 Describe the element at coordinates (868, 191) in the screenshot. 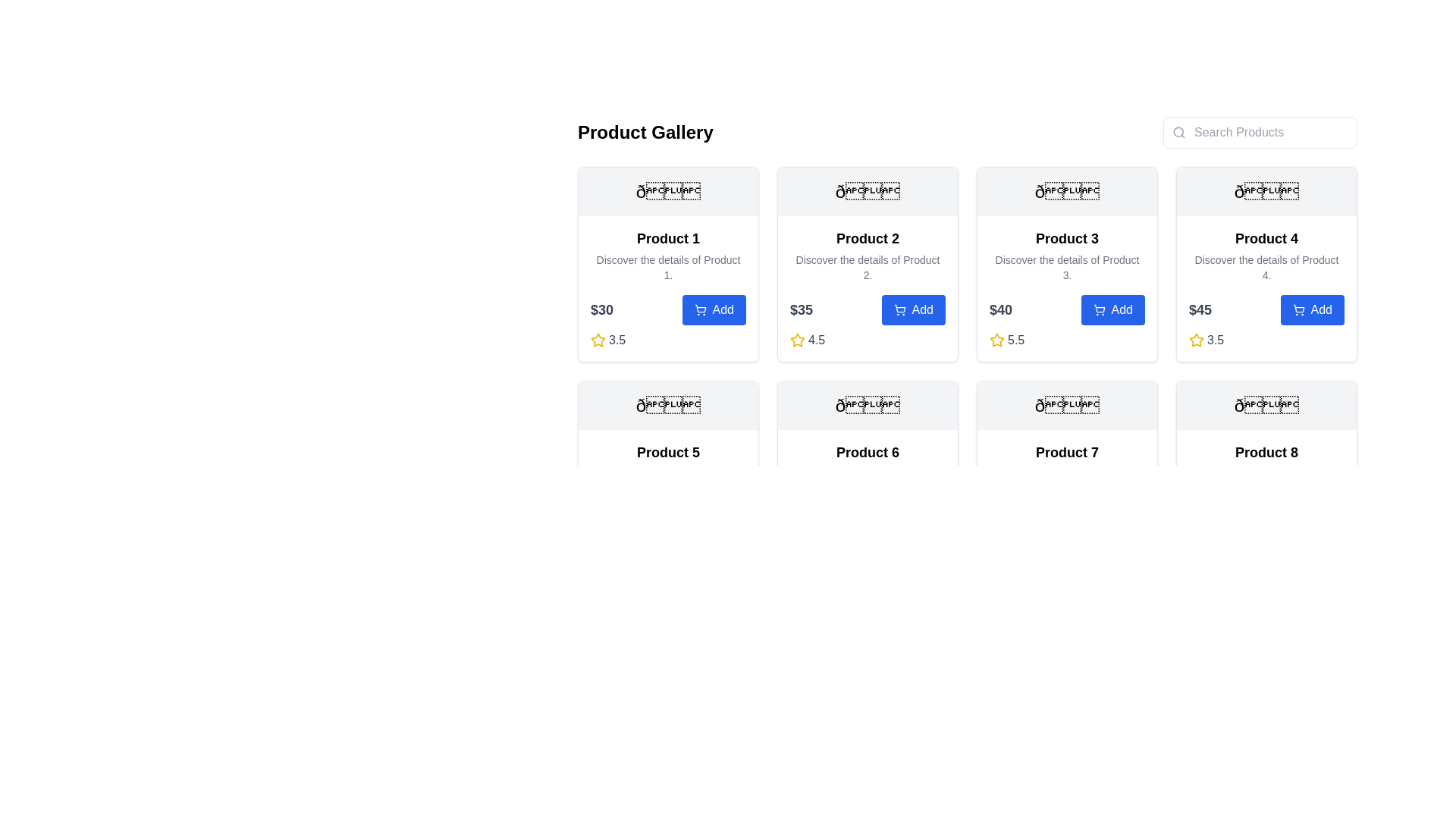

I see `the decorative emblem or icon located at the top center of the 'Product 2' card, which features a design on a light gray background` at that location.